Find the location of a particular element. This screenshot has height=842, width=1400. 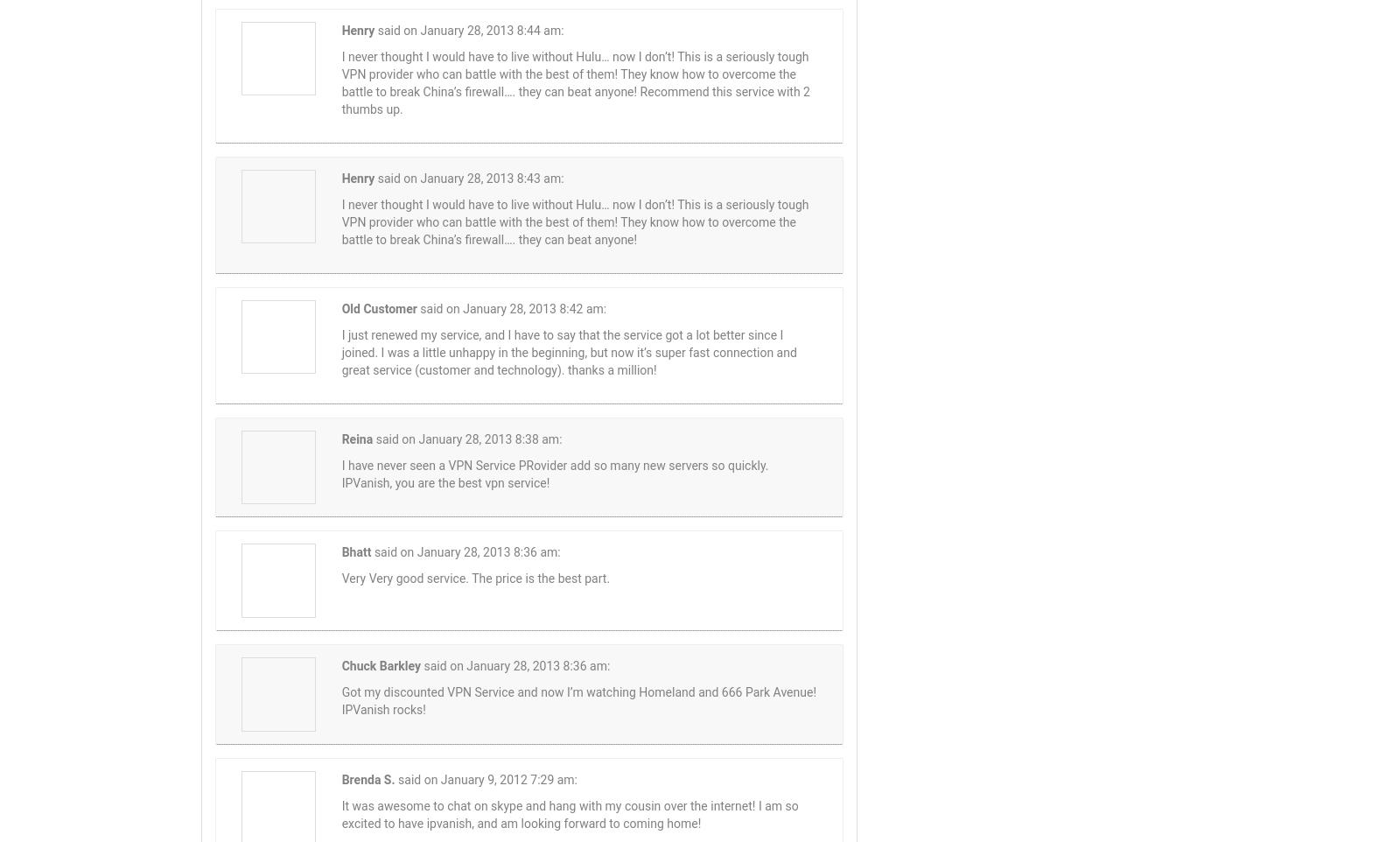

'Reina' is located at coordinates (356, 438).